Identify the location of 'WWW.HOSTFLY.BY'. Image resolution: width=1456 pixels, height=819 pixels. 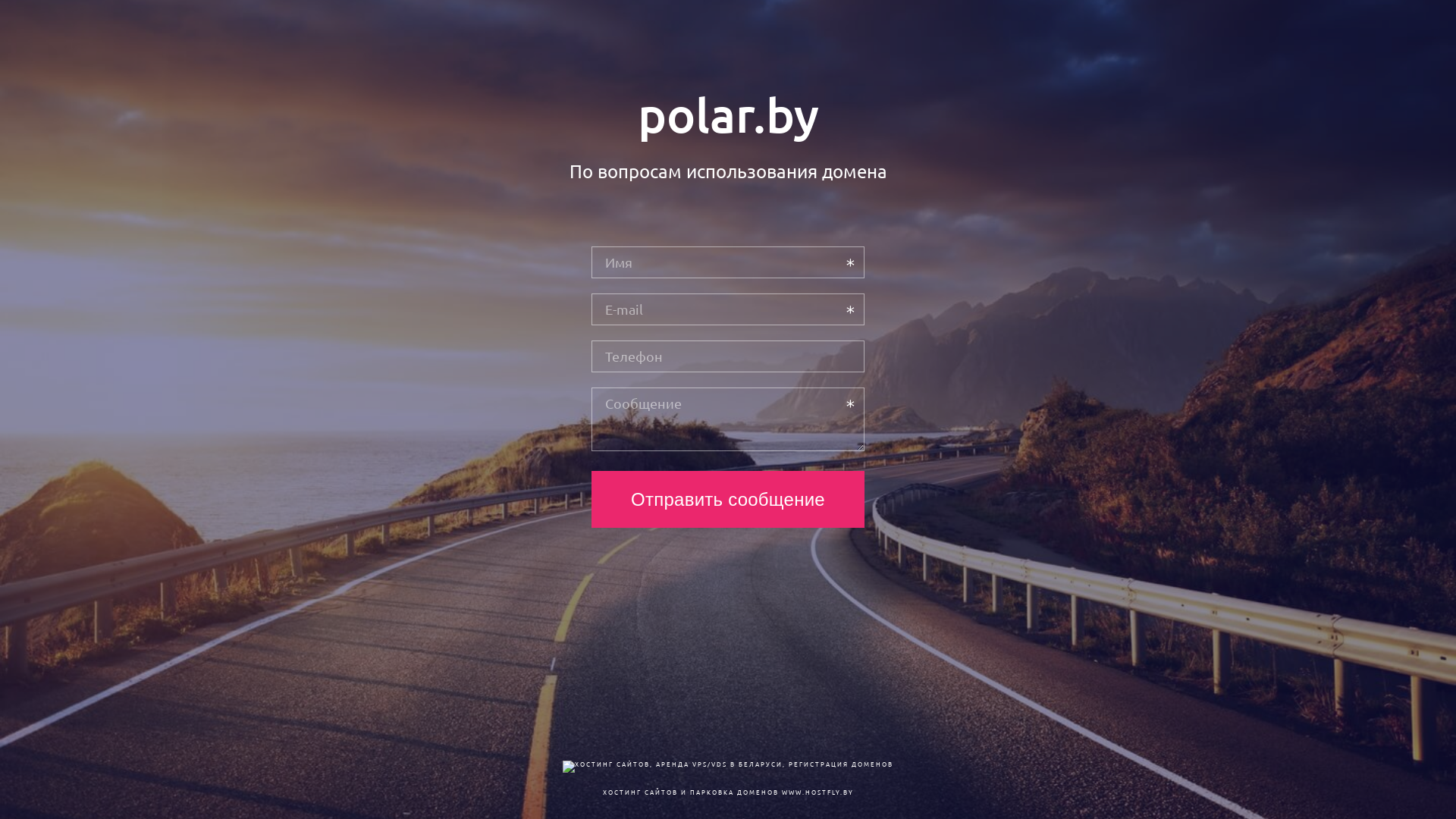
(816, 791).